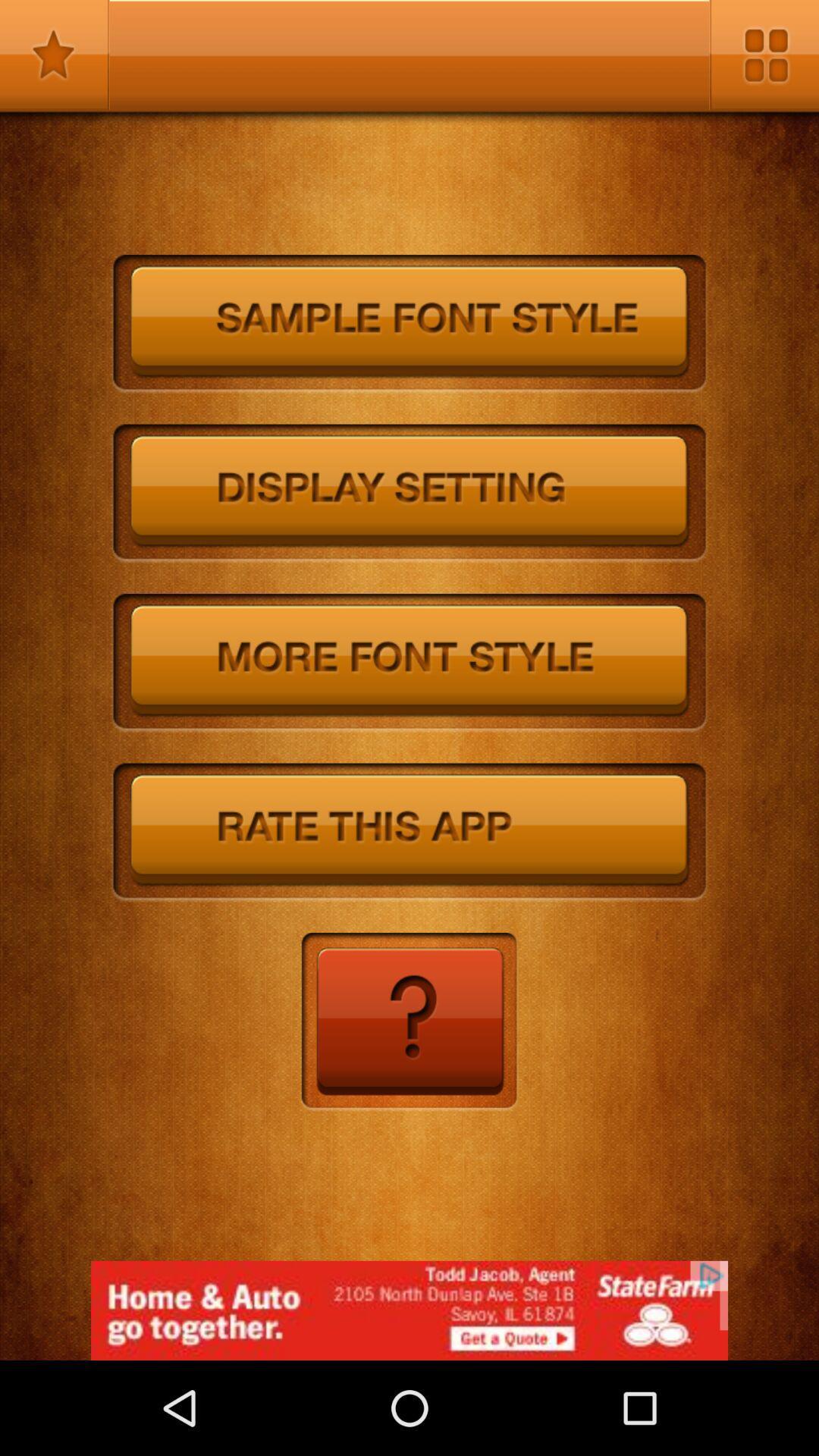  I want to click on sample font size, so click(409, 323).